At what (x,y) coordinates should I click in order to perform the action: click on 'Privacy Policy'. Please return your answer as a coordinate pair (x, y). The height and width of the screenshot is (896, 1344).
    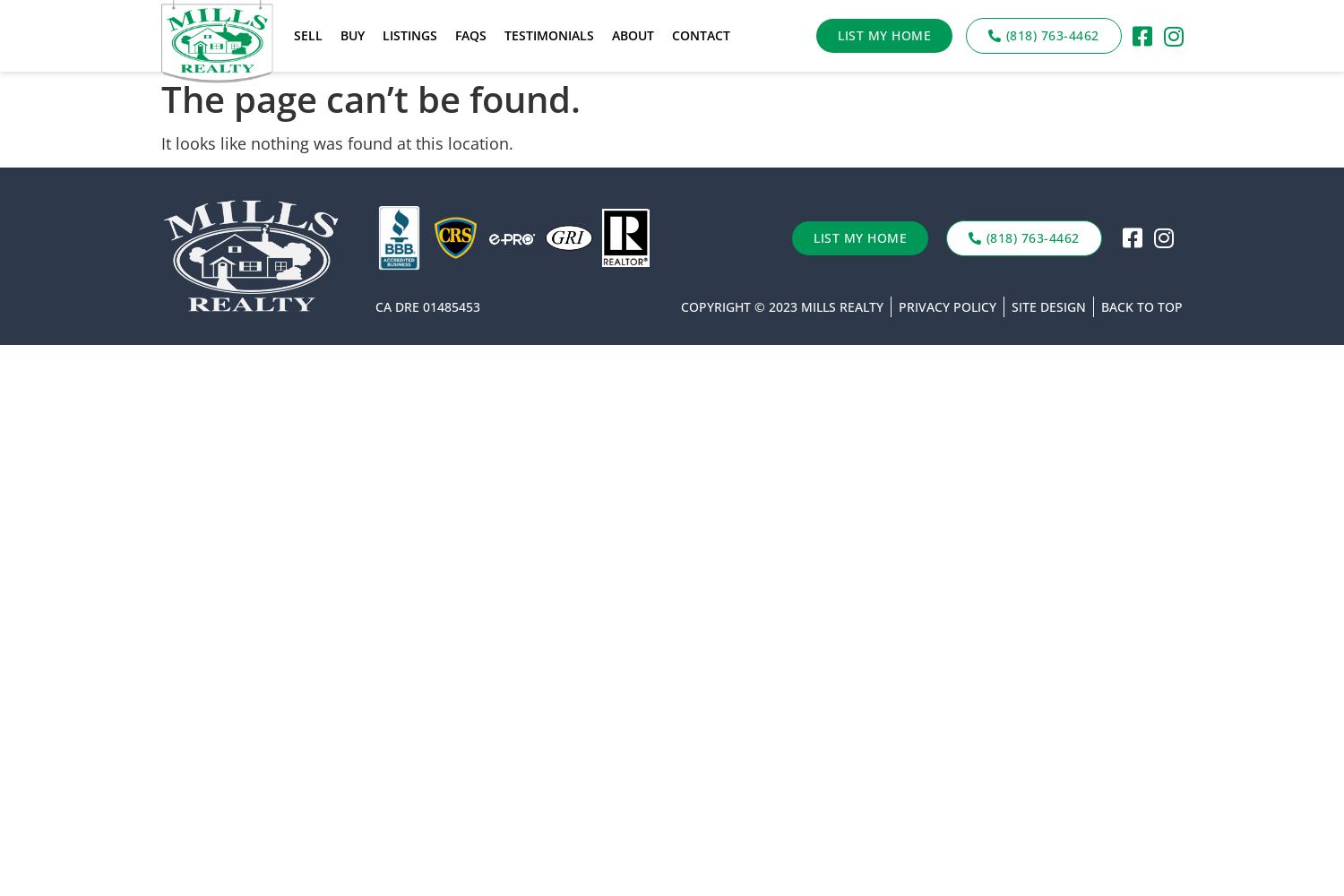
    Looking at the image, I should click on (898, 305).